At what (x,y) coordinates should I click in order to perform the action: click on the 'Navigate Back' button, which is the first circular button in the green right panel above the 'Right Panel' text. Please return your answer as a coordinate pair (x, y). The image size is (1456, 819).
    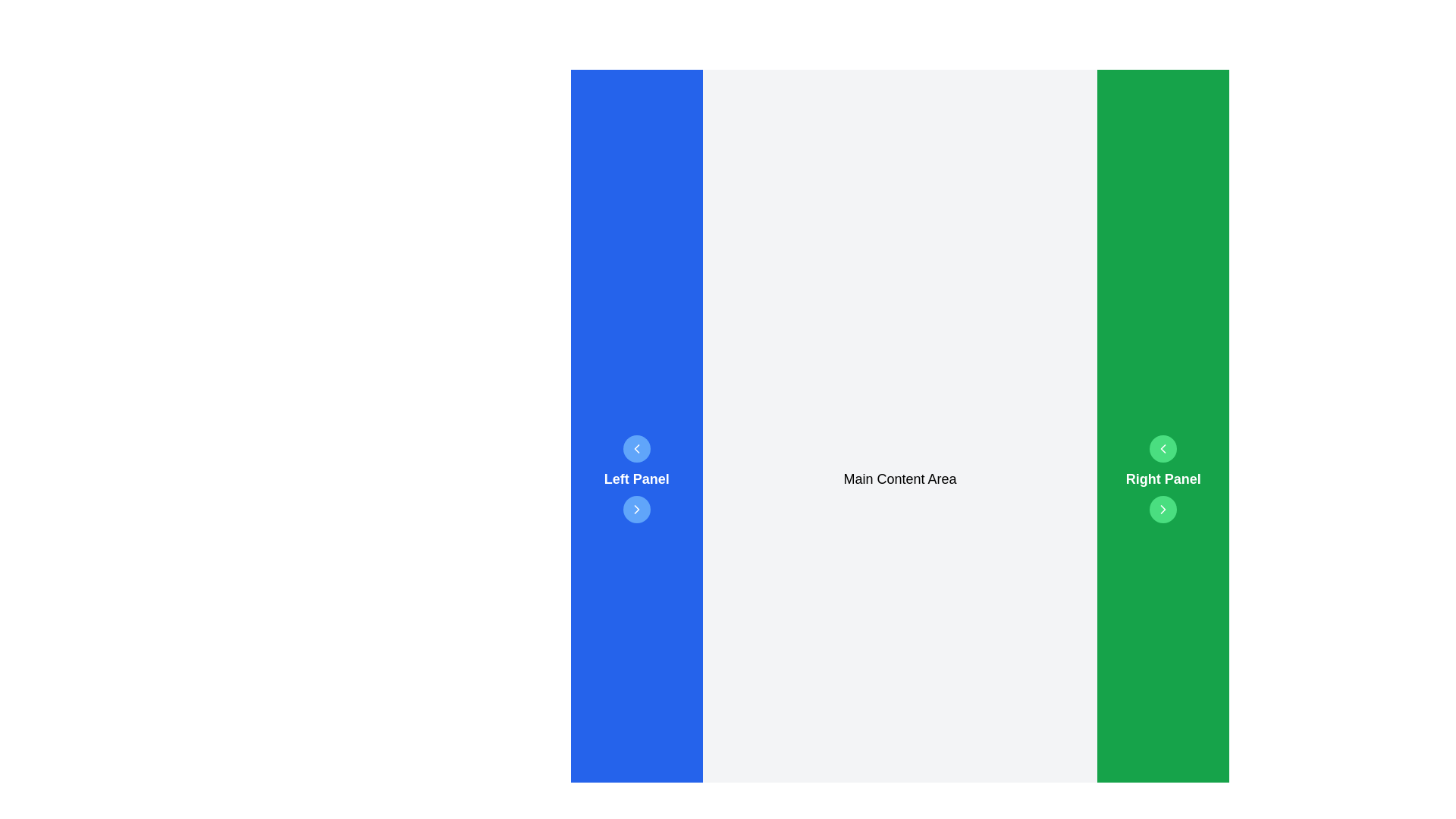
    Looking at the image, I should click on (1163, 447).